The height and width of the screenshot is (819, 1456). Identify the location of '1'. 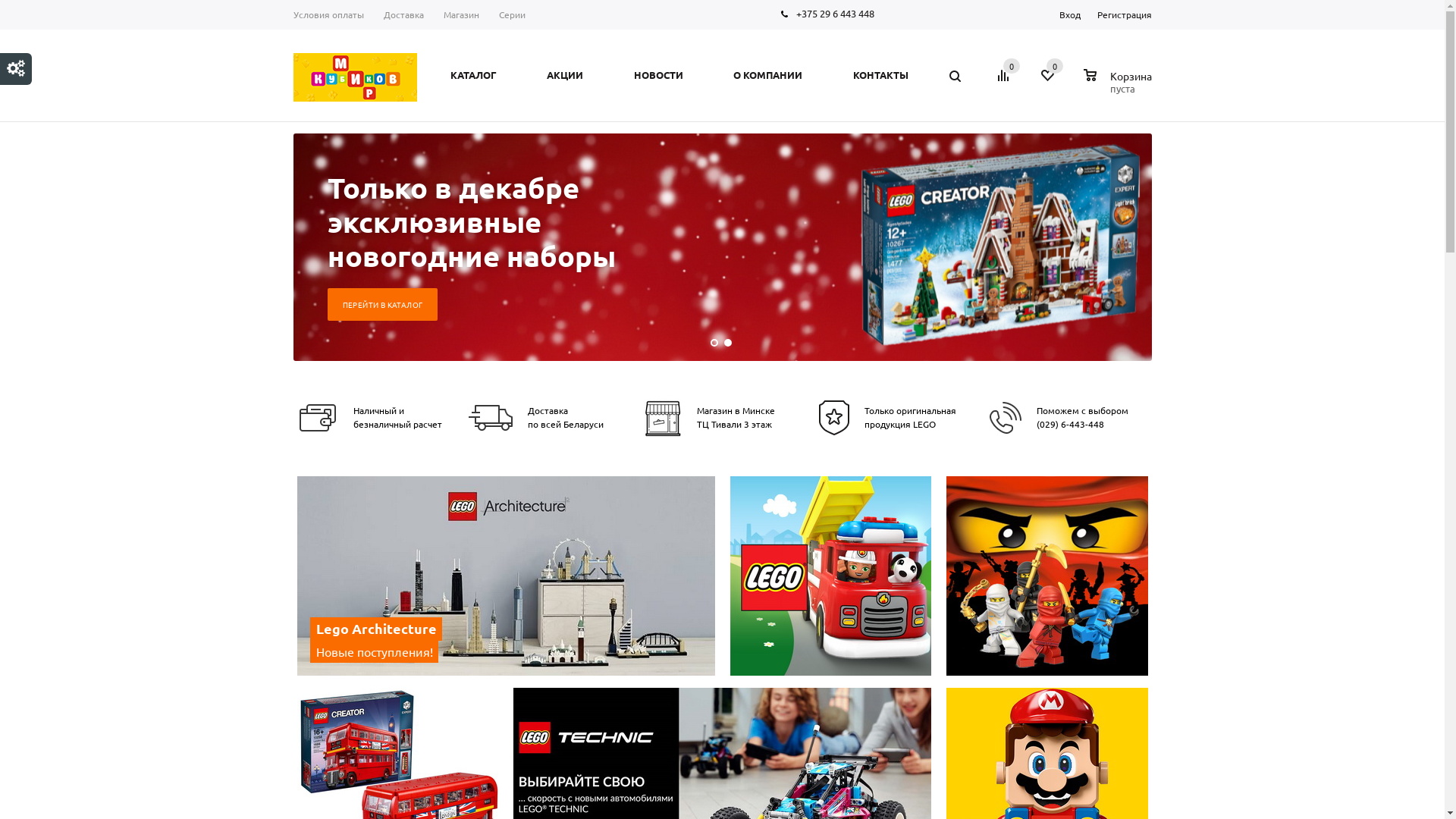
(712, 342).